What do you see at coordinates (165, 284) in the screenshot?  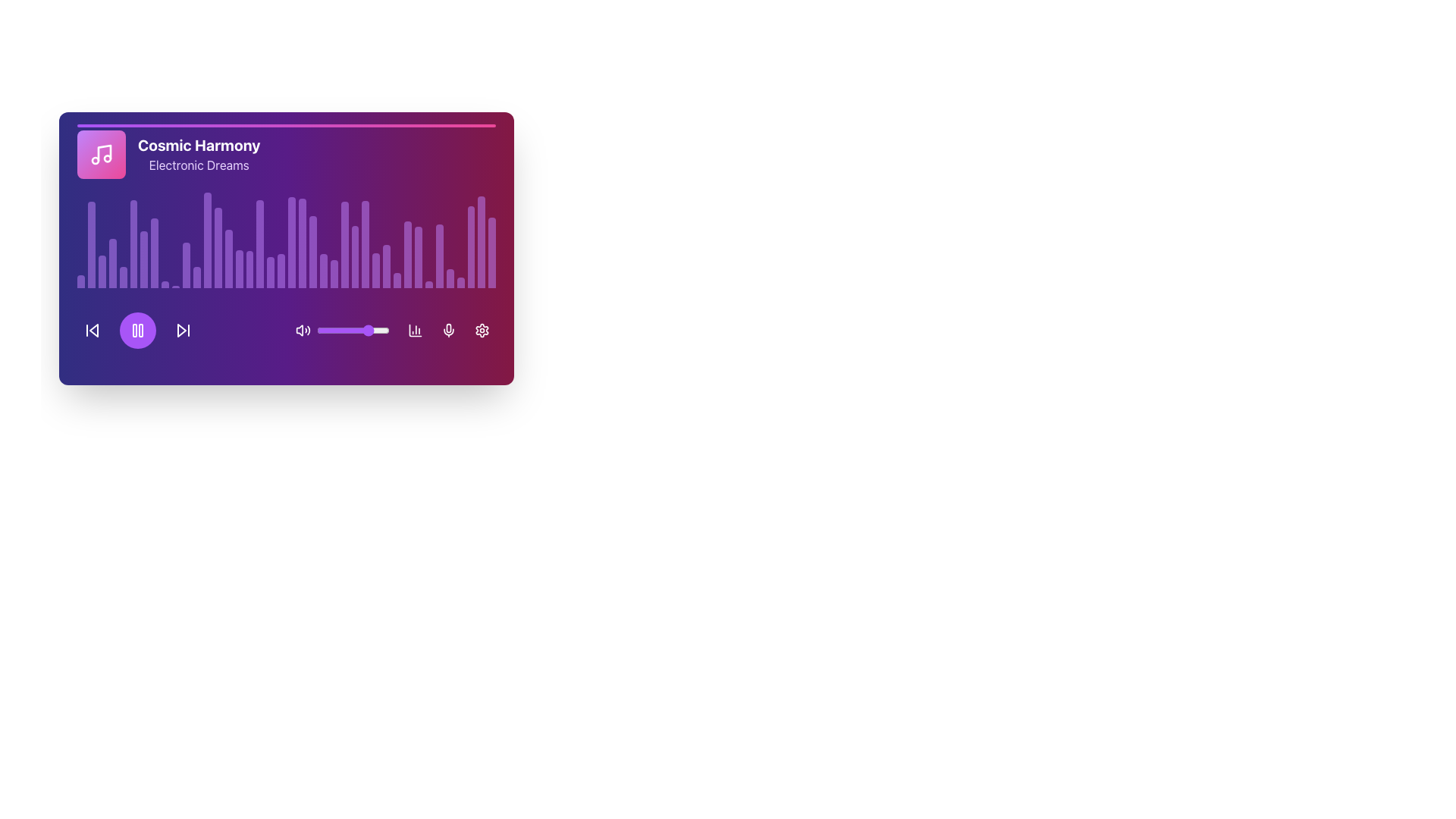 I see `the 9th vertical purple bar with a rounded top in the histogram-like configuration` at bounding box center [165, 284].